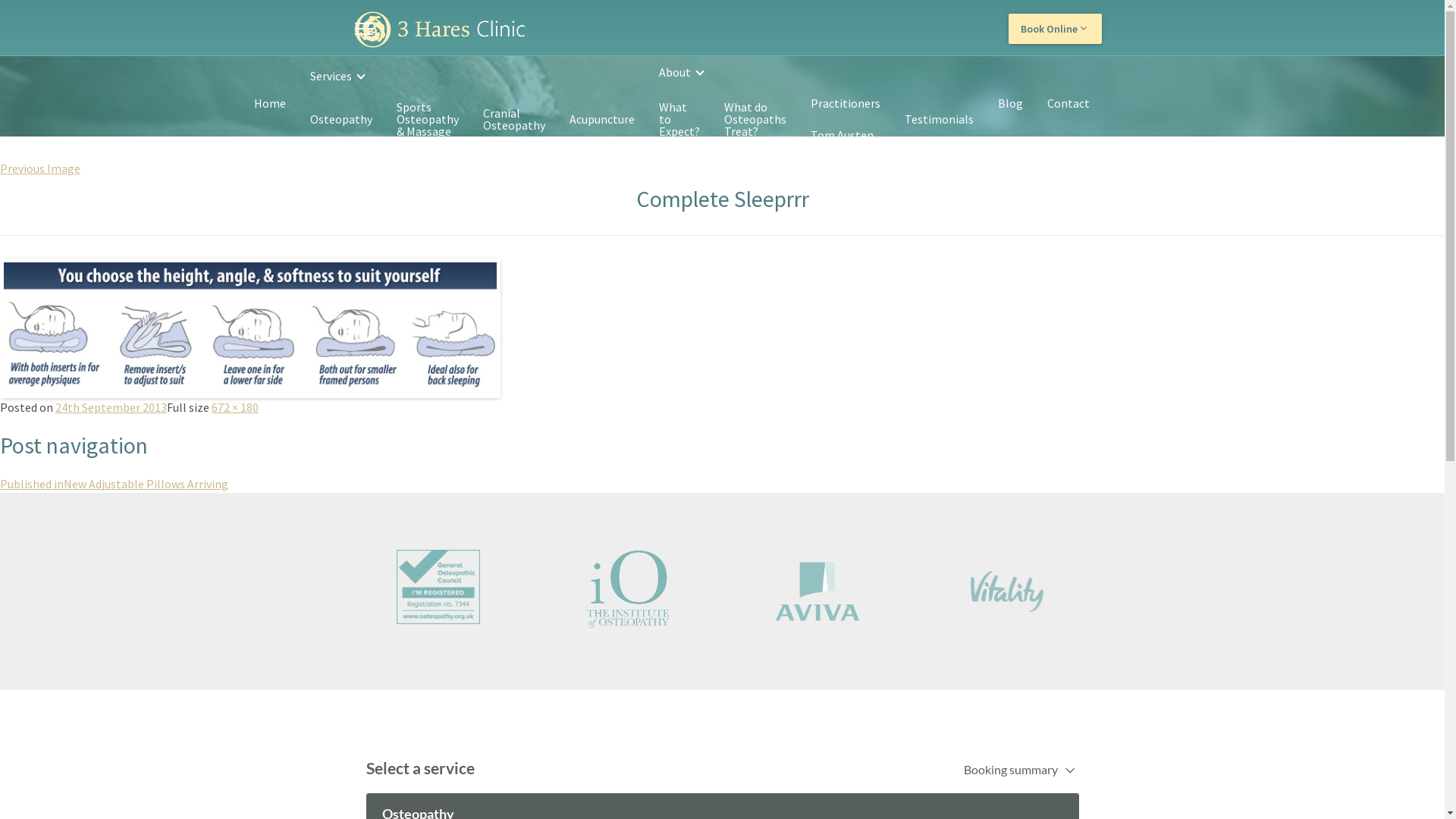 The image size is (1456, 819). I want to click on 'The Istitute of Osteopathy', so click(628, 588).